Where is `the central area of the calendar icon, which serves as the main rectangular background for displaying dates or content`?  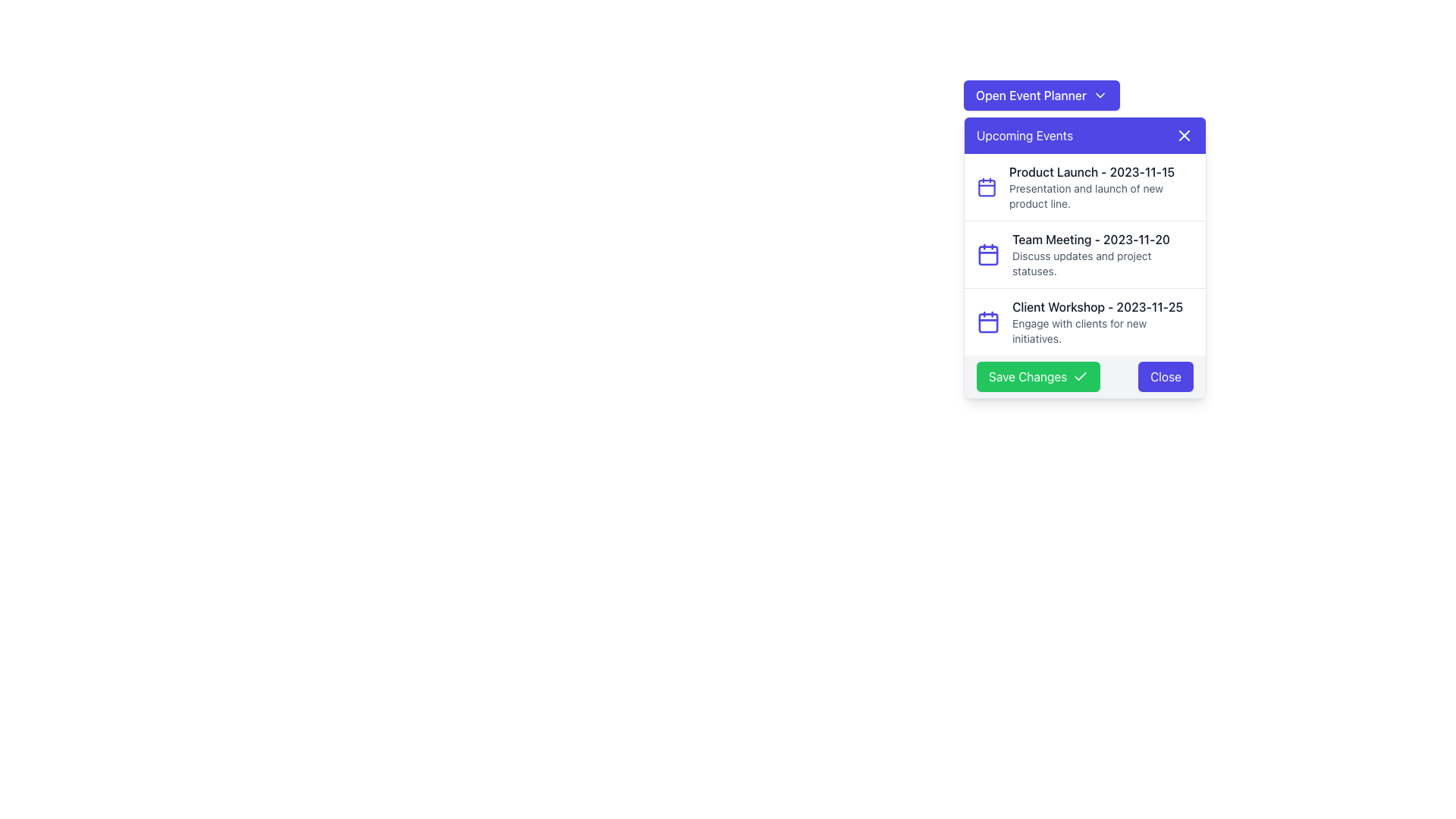
the central area of the calendar icon, which serves as the main rectangular background for displaying dates or content is located at coordinates (987, 187).